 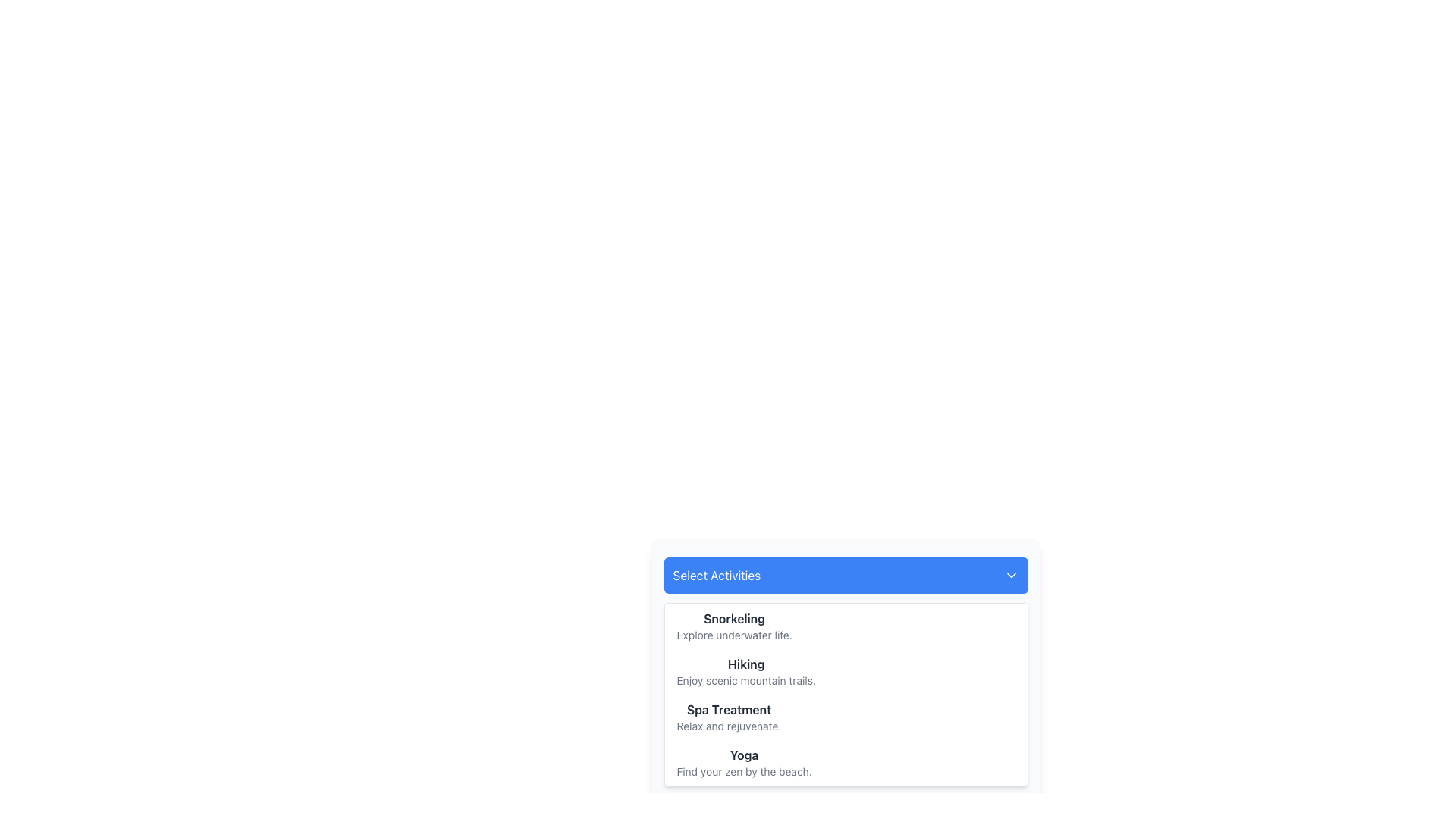 What do you see at coordinates (845, 671) in the screenshot?
I see `the second selectable option in the dropdown list titled 'Select Activities' that allows the user to choose 'Hiking' as an activity` at bounding box center [845, 671].